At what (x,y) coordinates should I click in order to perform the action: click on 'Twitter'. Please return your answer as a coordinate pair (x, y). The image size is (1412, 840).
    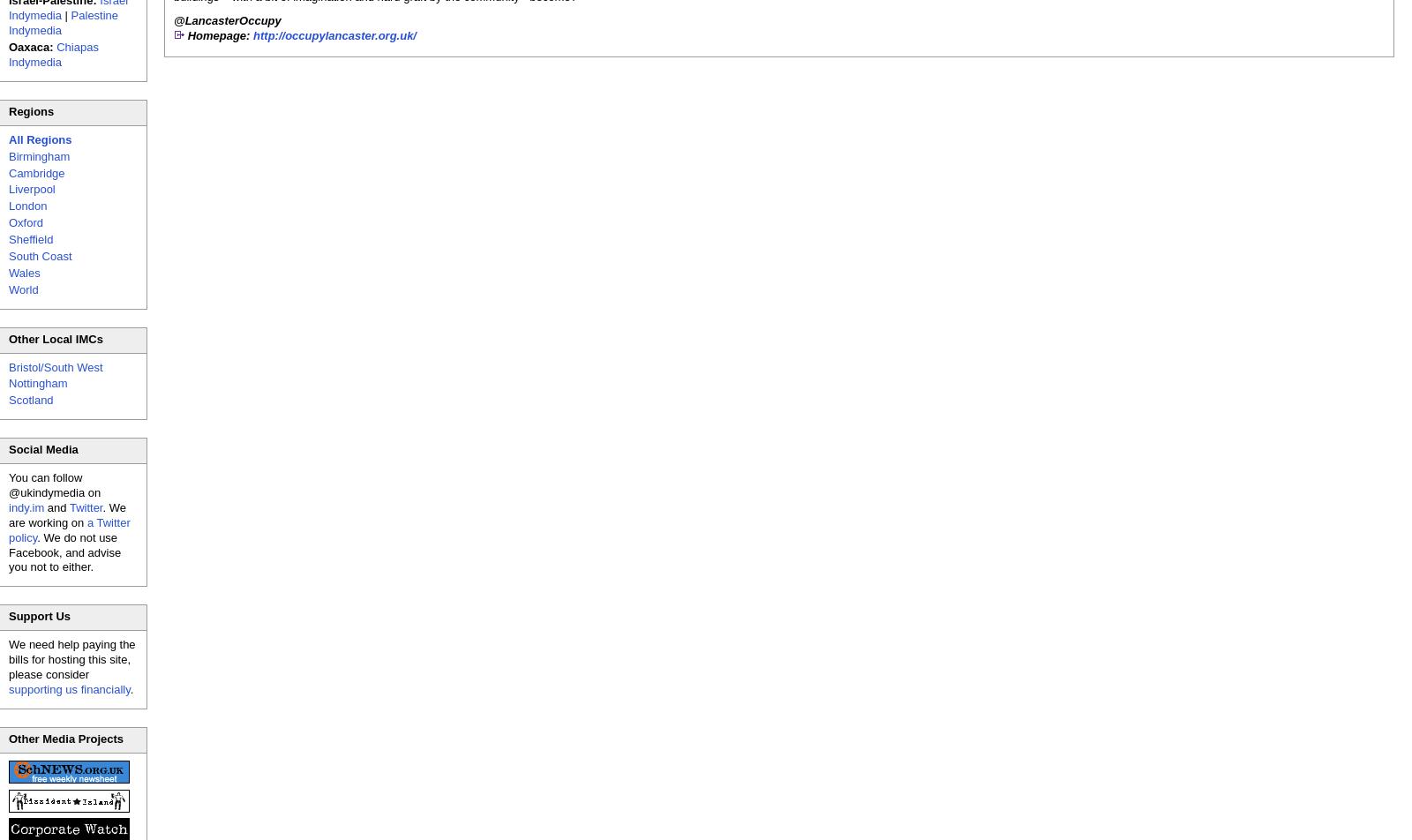
    Looking at the image, I should click on (84, 506).